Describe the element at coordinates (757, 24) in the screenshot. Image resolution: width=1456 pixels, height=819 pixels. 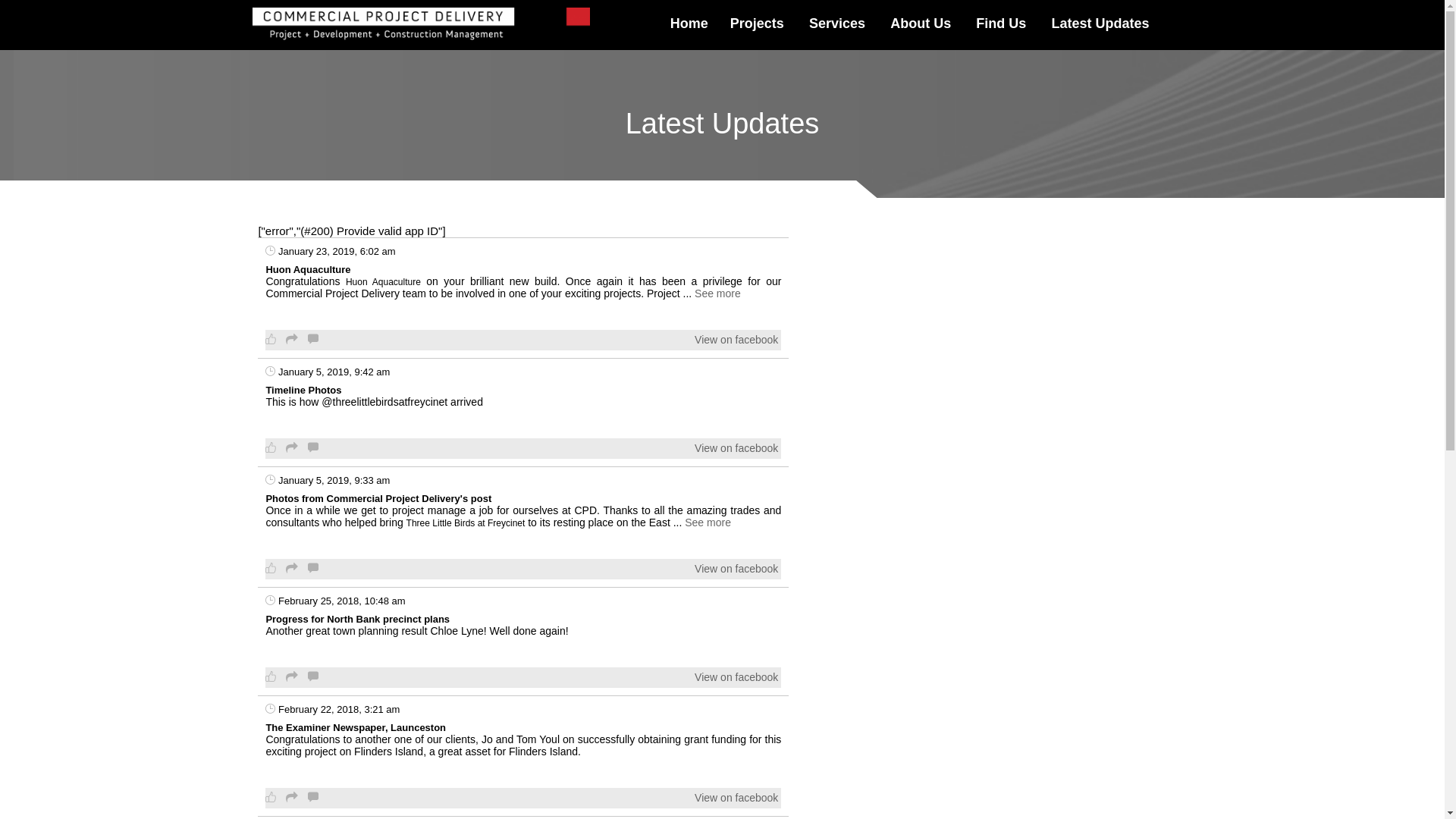
I see `'Projects'` at that location.